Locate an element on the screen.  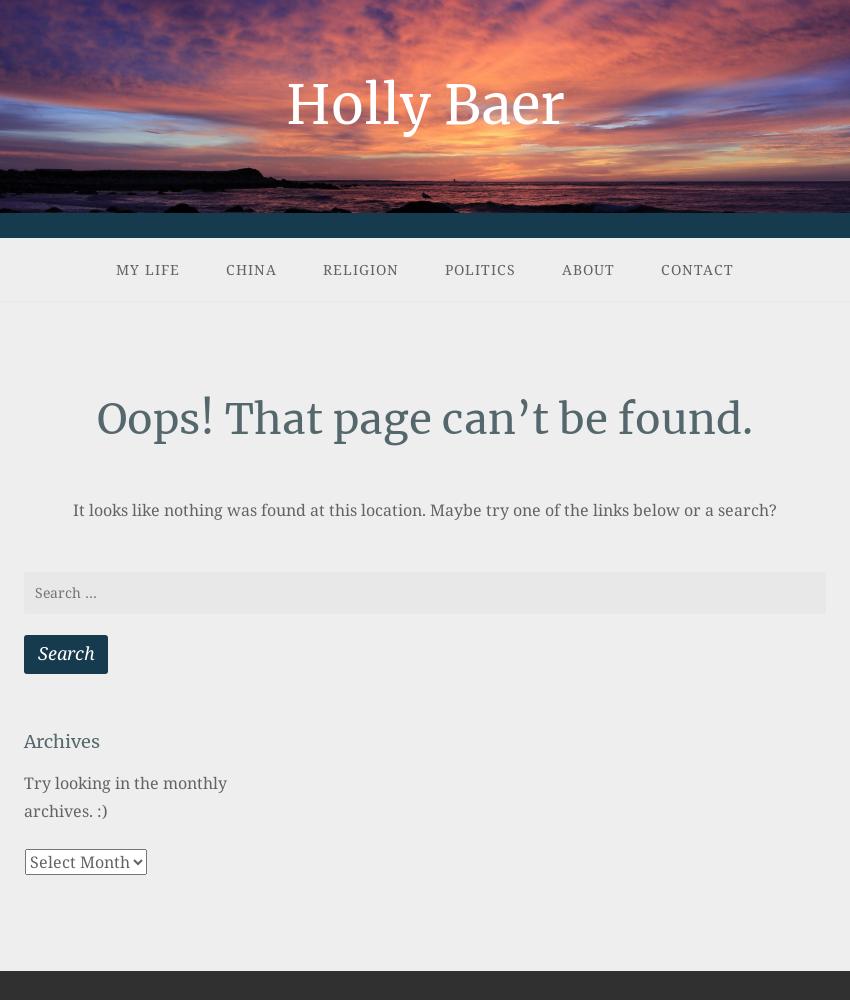
'It looks like nothing was found at this location. Maybe try one of the links below or a search?' is located at coordinates (425, 509).